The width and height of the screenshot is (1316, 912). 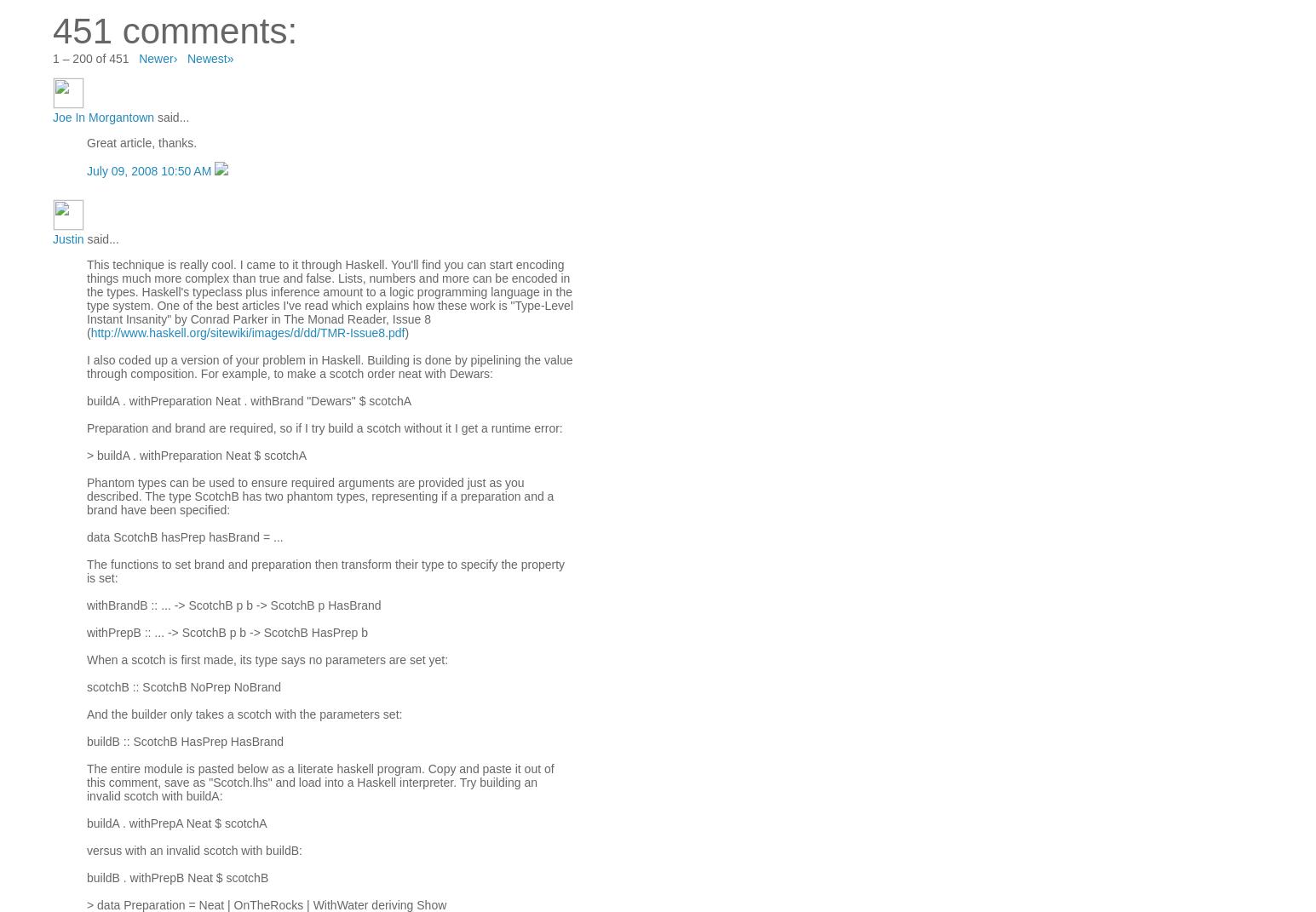 What do you see at coordinates (329, 297) in the screenshot?
I see `'This technique is really cool. I came to it through Haskell. You'll find you can start encoding things much more complex than true and false. Lists, numbers and more can be encoded in the types. Haskell's typeclass plus inference amount to a logic programming language in the type system. One of the best articles I've read which explains how these work is "Type-Level Instant Insanity" by Conrad Parker in The Monad Reader, Issue 8 ('` at bounding box center [329, 297].